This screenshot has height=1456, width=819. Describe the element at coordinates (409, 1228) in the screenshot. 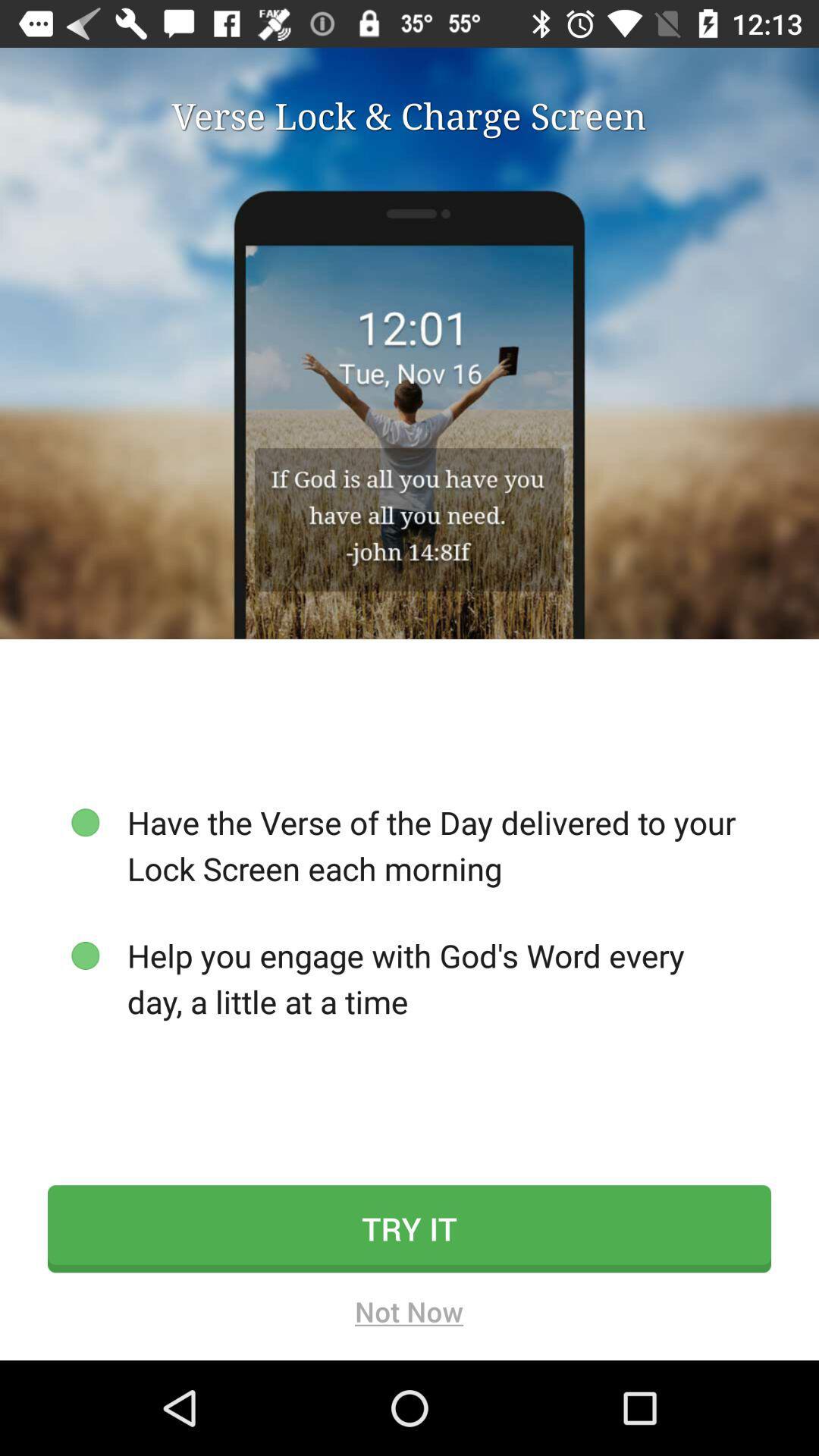

I see `try it` at that location.